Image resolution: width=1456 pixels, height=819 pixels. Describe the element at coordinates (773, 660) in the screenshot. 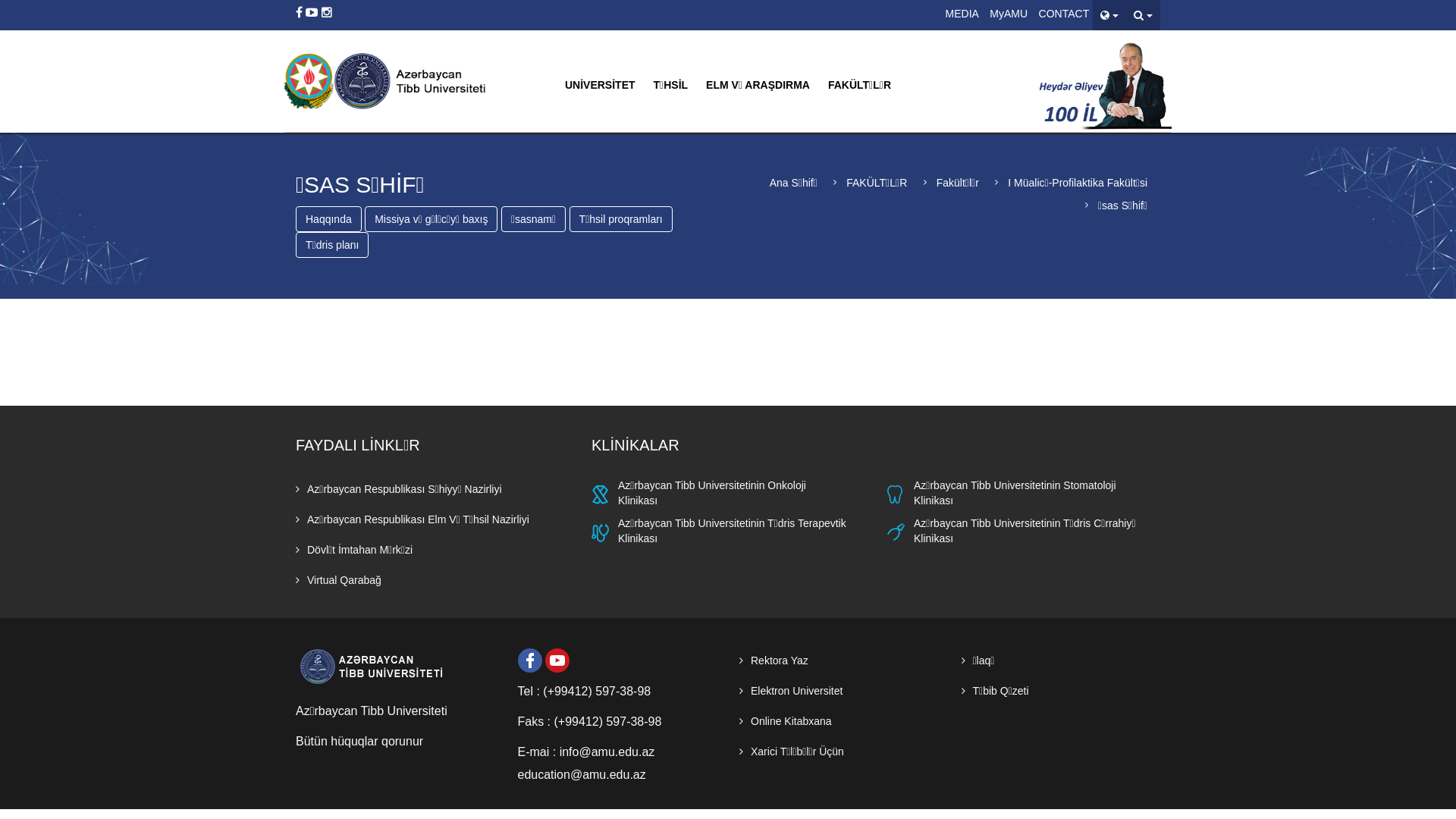

I see `'Rektora Yaz'` at that location.